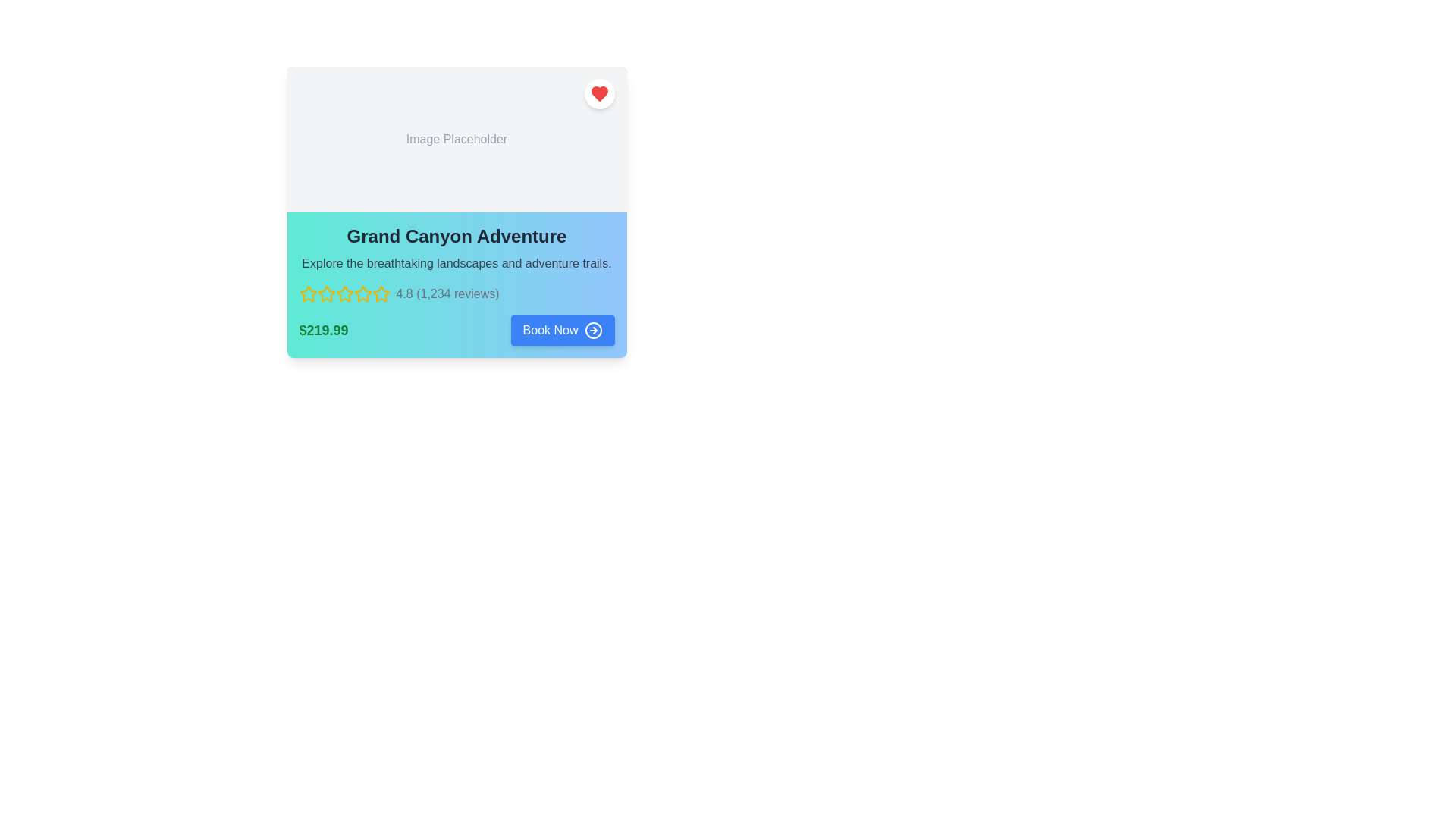 This screenshot has height=819, width=1456. What do you see at coordinates (456, 140) in the screenshot?
I see `the text label that serves as a placeholder for an image, located at the center of a card-like component in the top section` at bounding box center [456, 140].